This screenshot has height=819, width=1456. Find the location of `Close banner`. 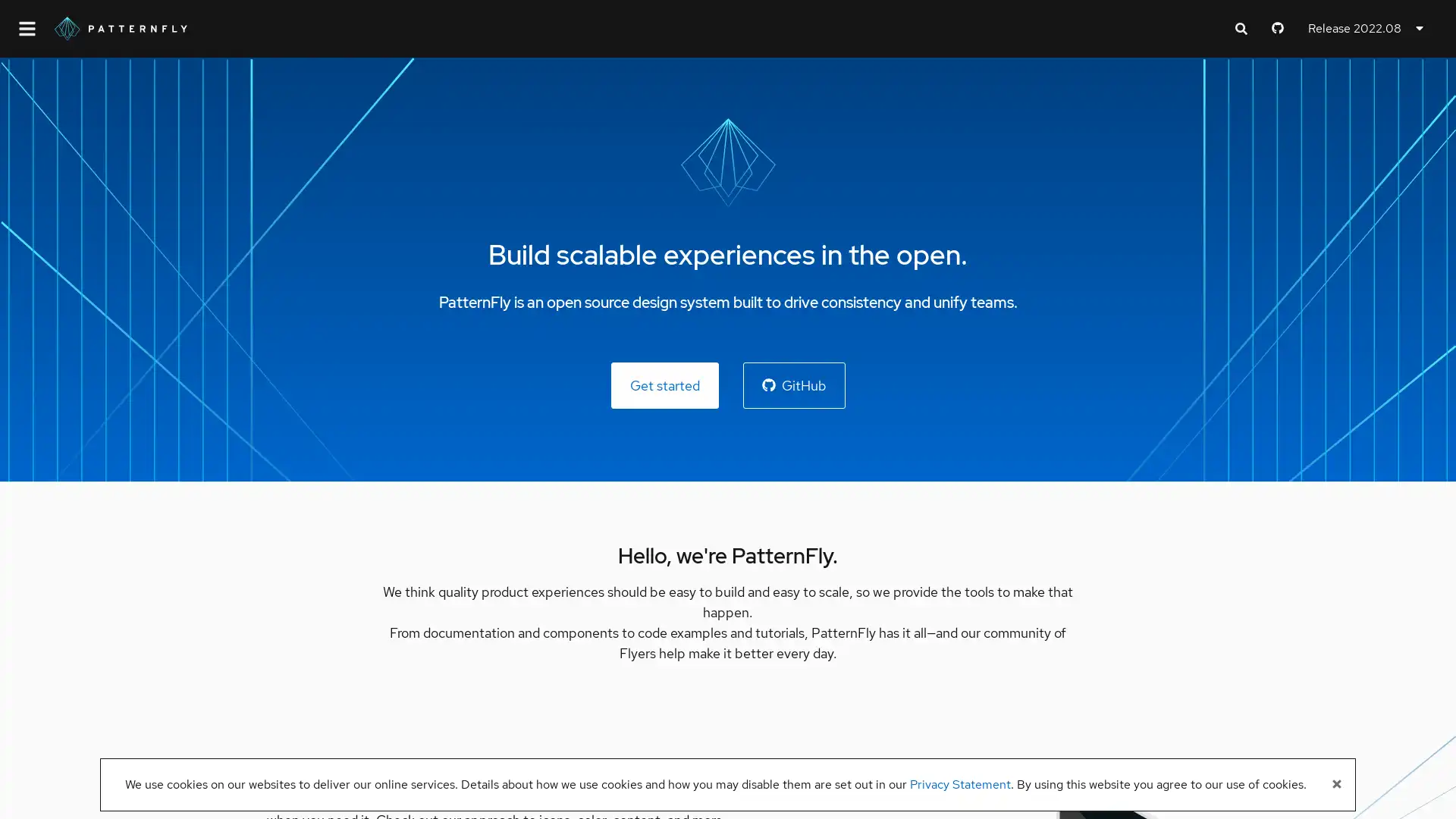

Close banner is located at coordinates (1336, 784).